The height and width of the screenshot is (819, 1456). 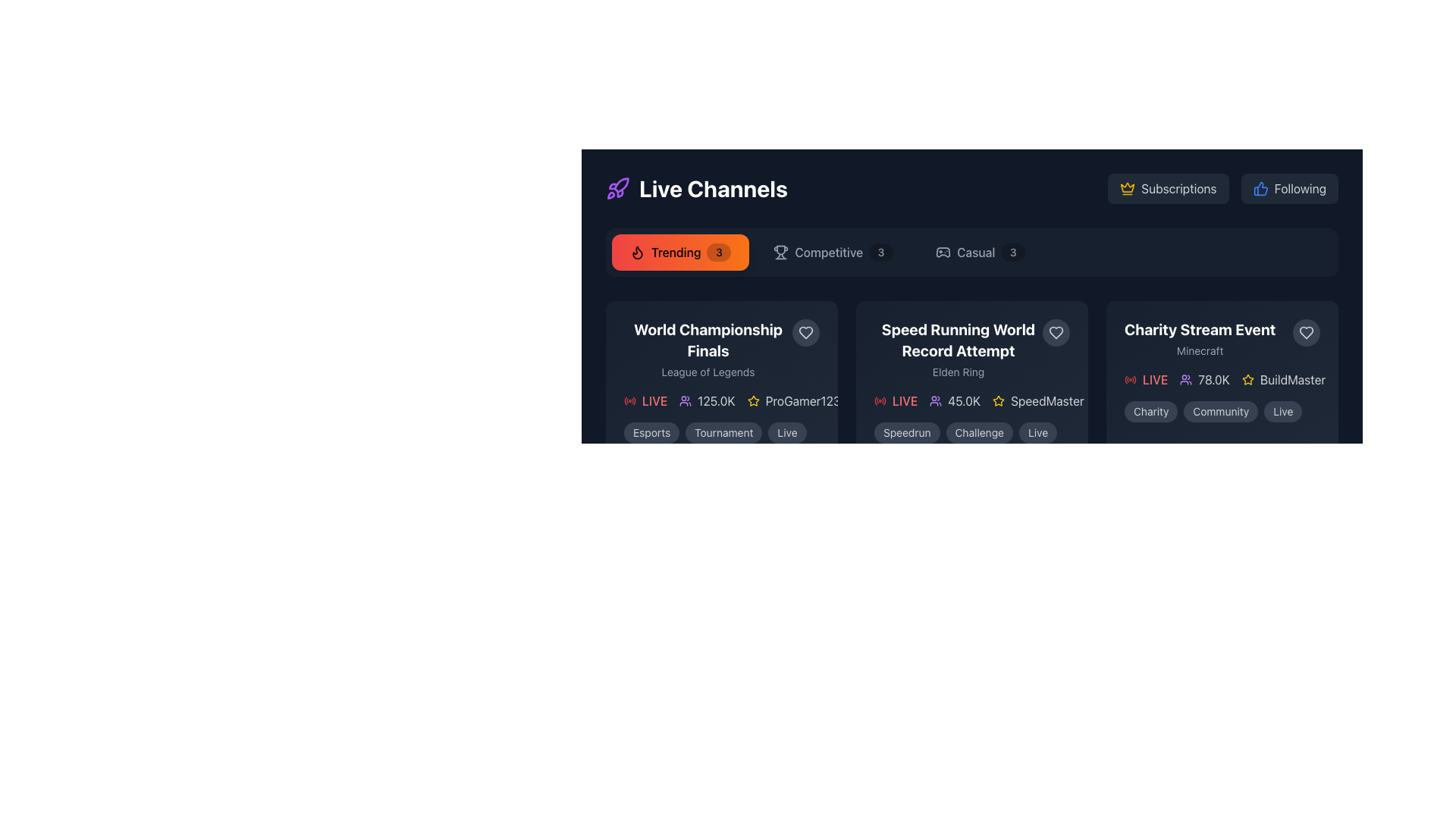 I want to click on the third card in the horizontally aligned list, which contains the text 'Charity Stream Event' in bold white and a heart icon in the top-right corner, so click(x=1222, y=371).